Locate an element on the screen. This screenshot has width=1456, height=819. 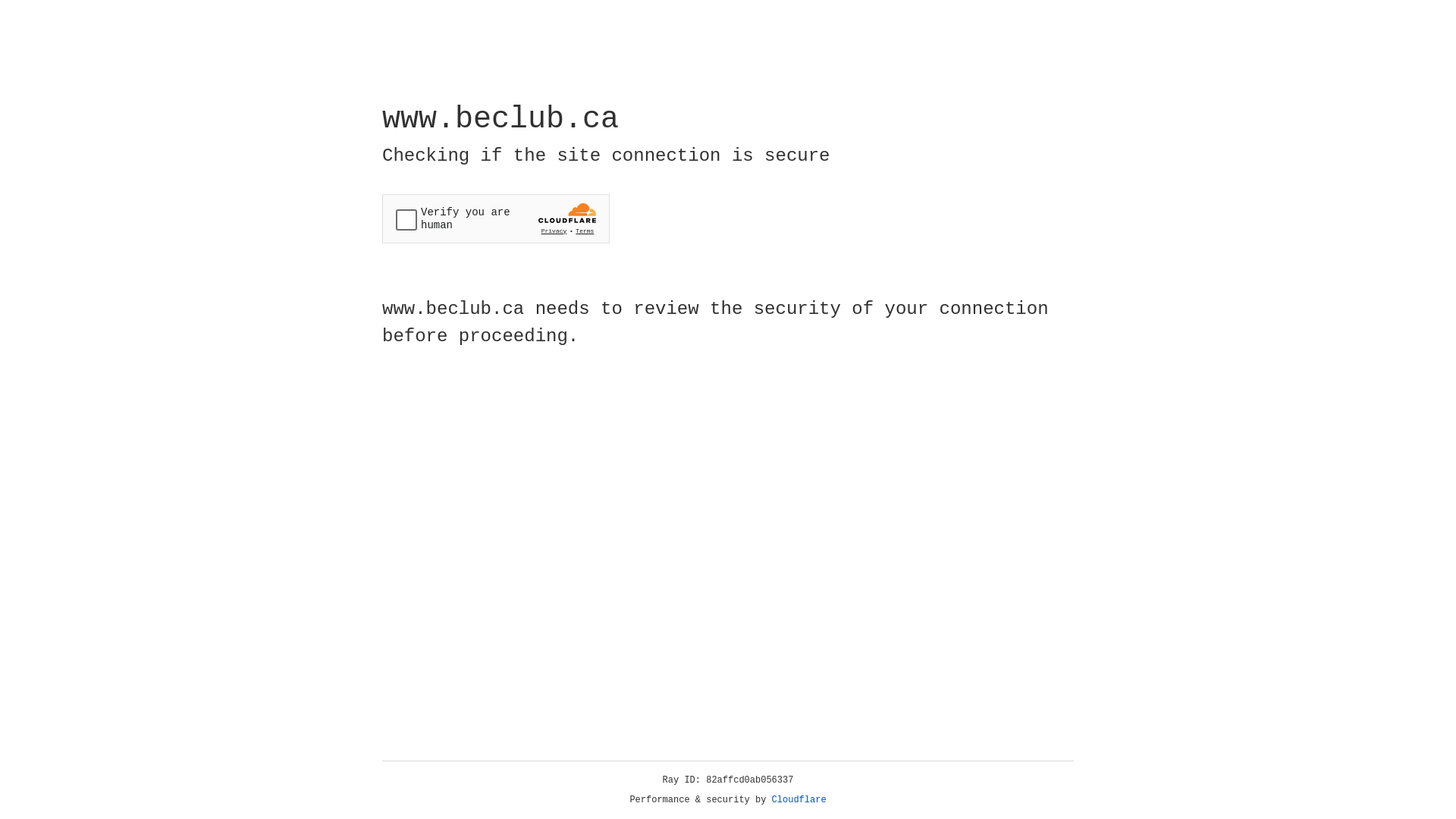
'Cloudflare' is located at coordinates (799, 799).